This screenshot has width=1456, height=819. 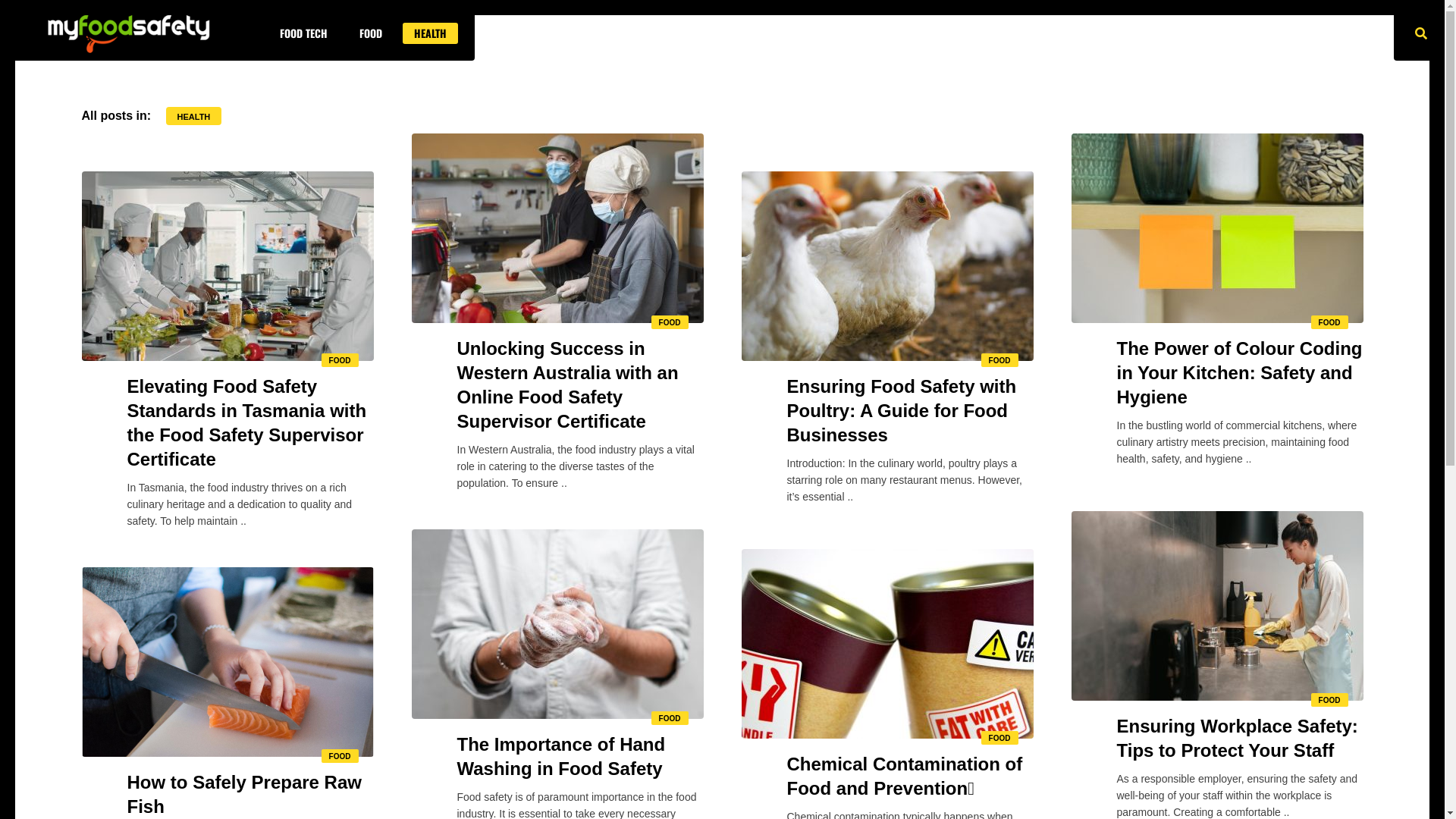 I want to click on 'FOOD TECH', so click(x=303, y=33).